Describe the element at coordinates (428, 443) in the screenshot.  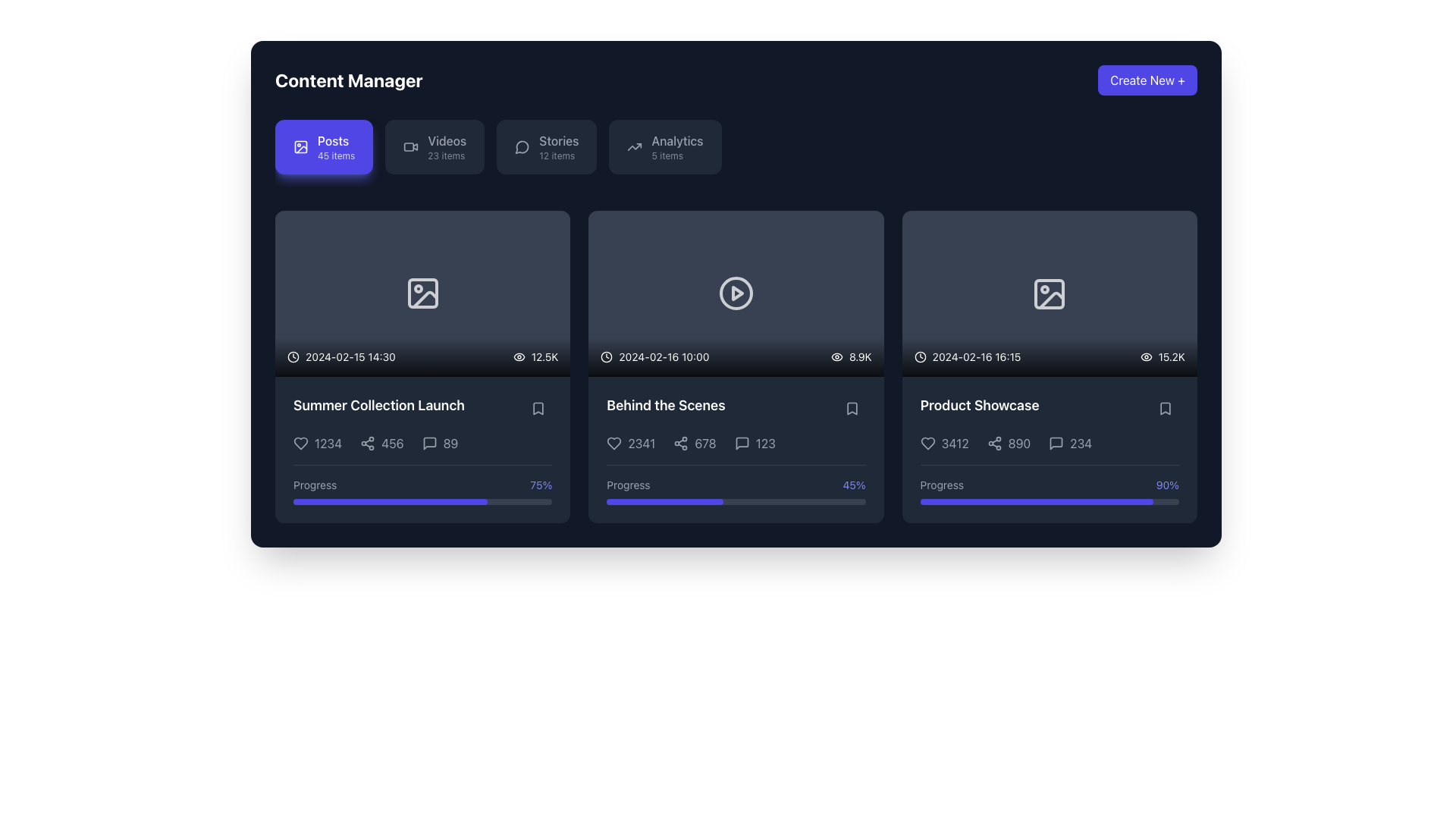
I see `the SVG icon resembling a speech bubble located within the 'Summer Collection Launch' UI card, which is positioned near the bottom center and precedes the comment count` at that location.